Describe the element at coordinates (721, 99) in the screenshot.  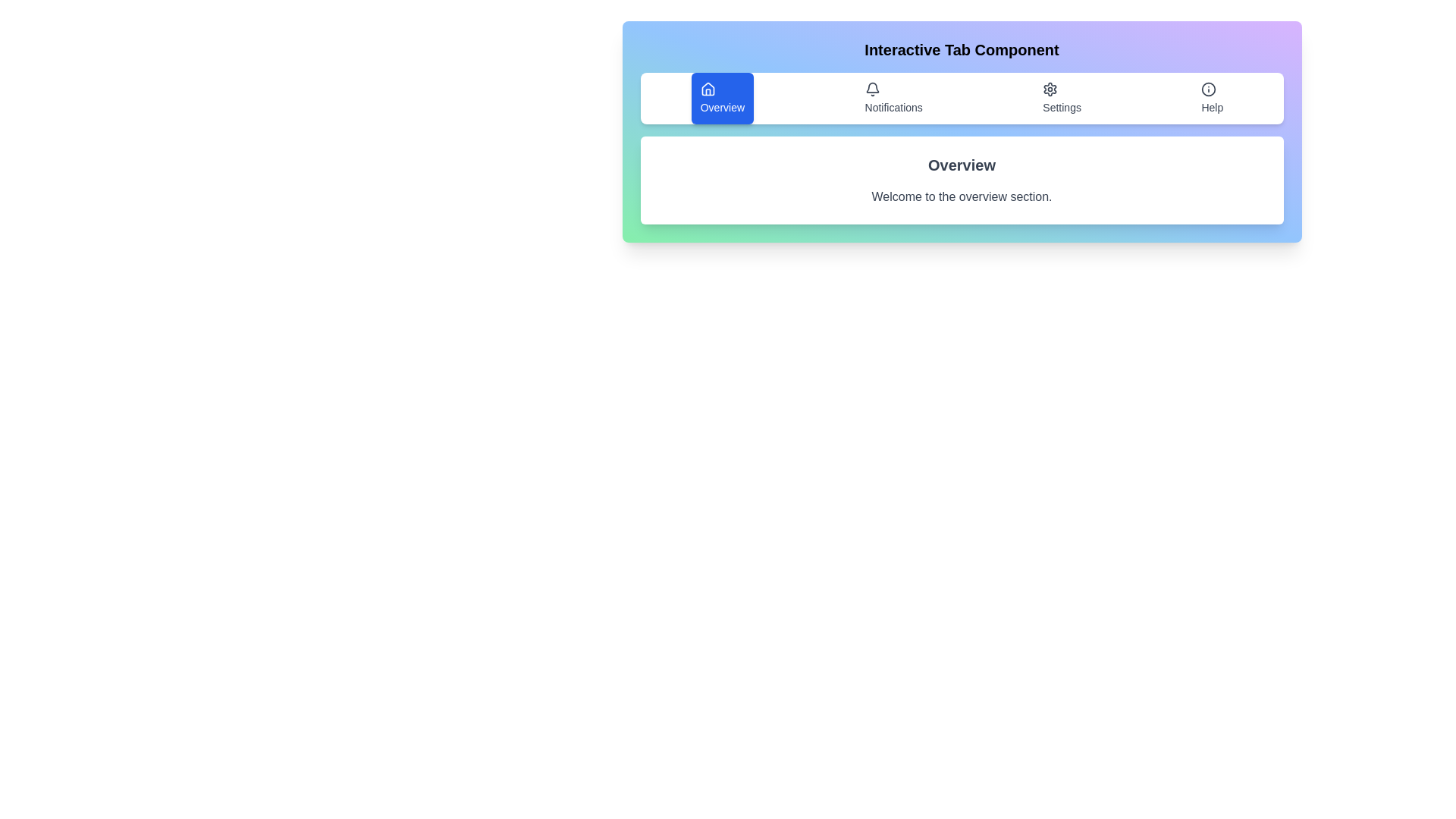
I see `the tab labeled Overview` at that location.